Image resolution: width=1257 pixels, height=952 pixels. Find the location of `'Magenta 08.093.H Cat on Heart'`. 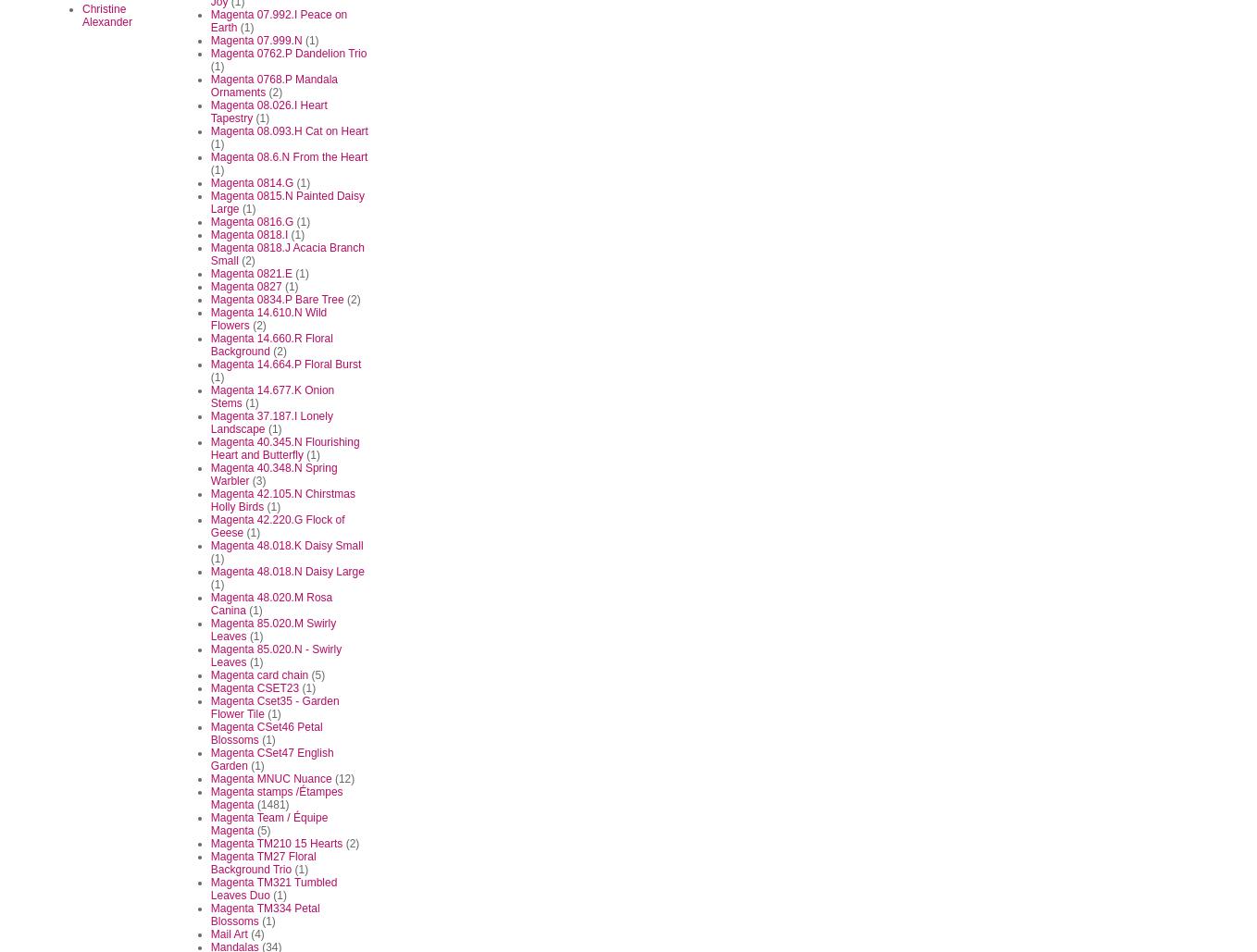

'Magenta 08.093.H Cat on Heart' is located at coordinates (287, 129).